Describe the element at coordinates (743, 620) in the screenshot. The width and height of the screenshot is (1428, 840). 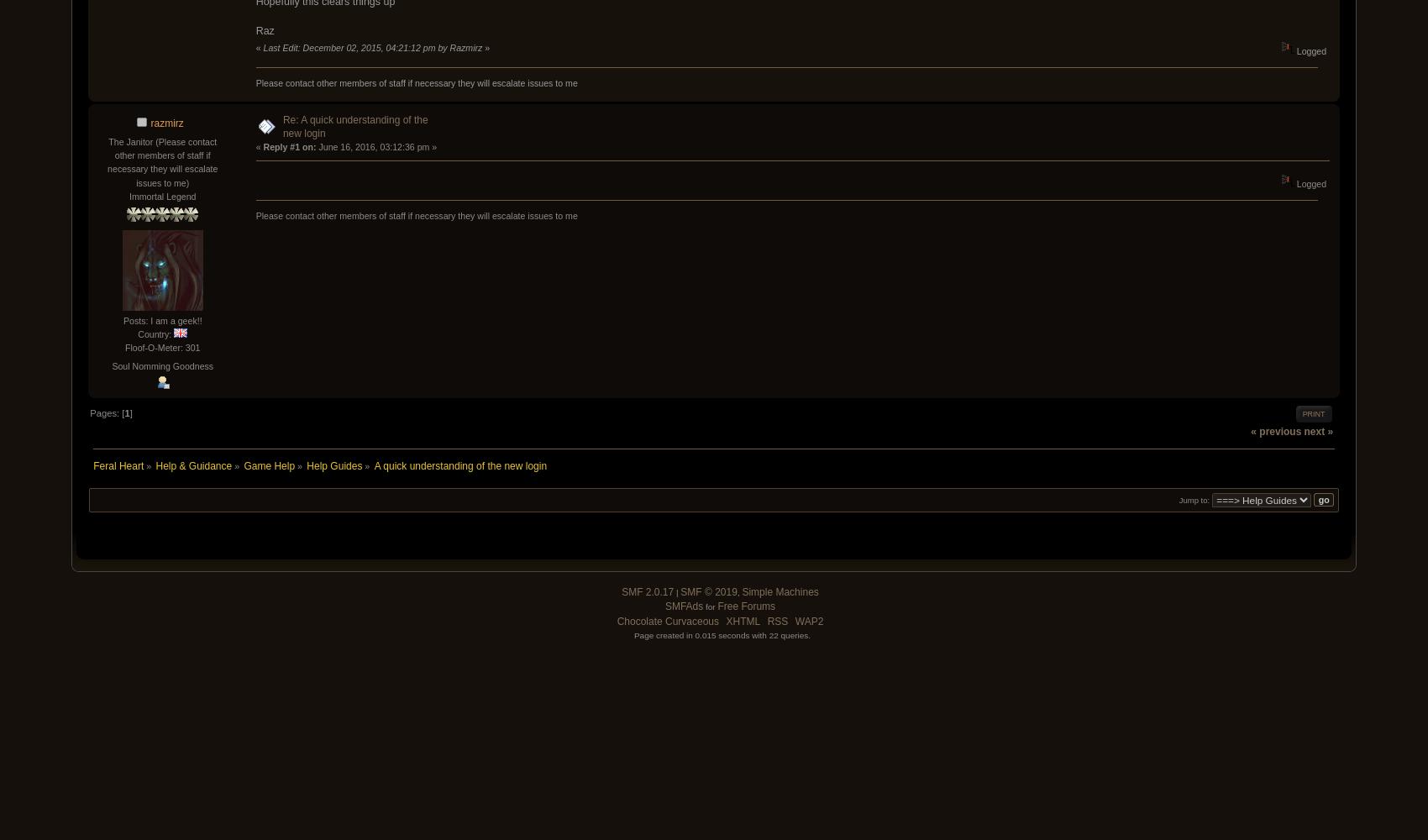
I see `'XHTML'` at that location.